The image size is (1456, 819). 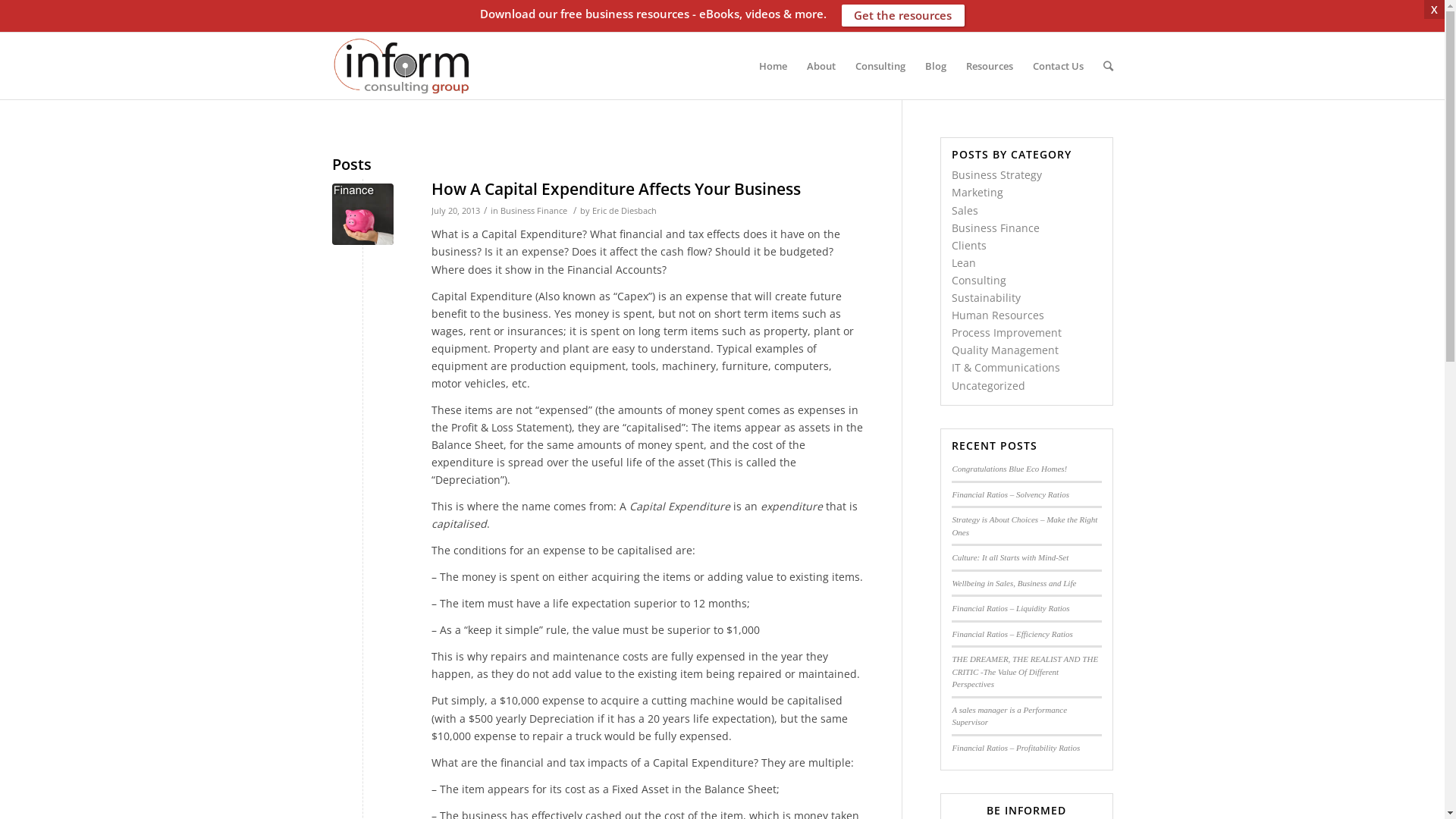 What do you see at coordinates (1433, 9) in the screenshot?
I see `'X'` at bounding box center [1433, 9].